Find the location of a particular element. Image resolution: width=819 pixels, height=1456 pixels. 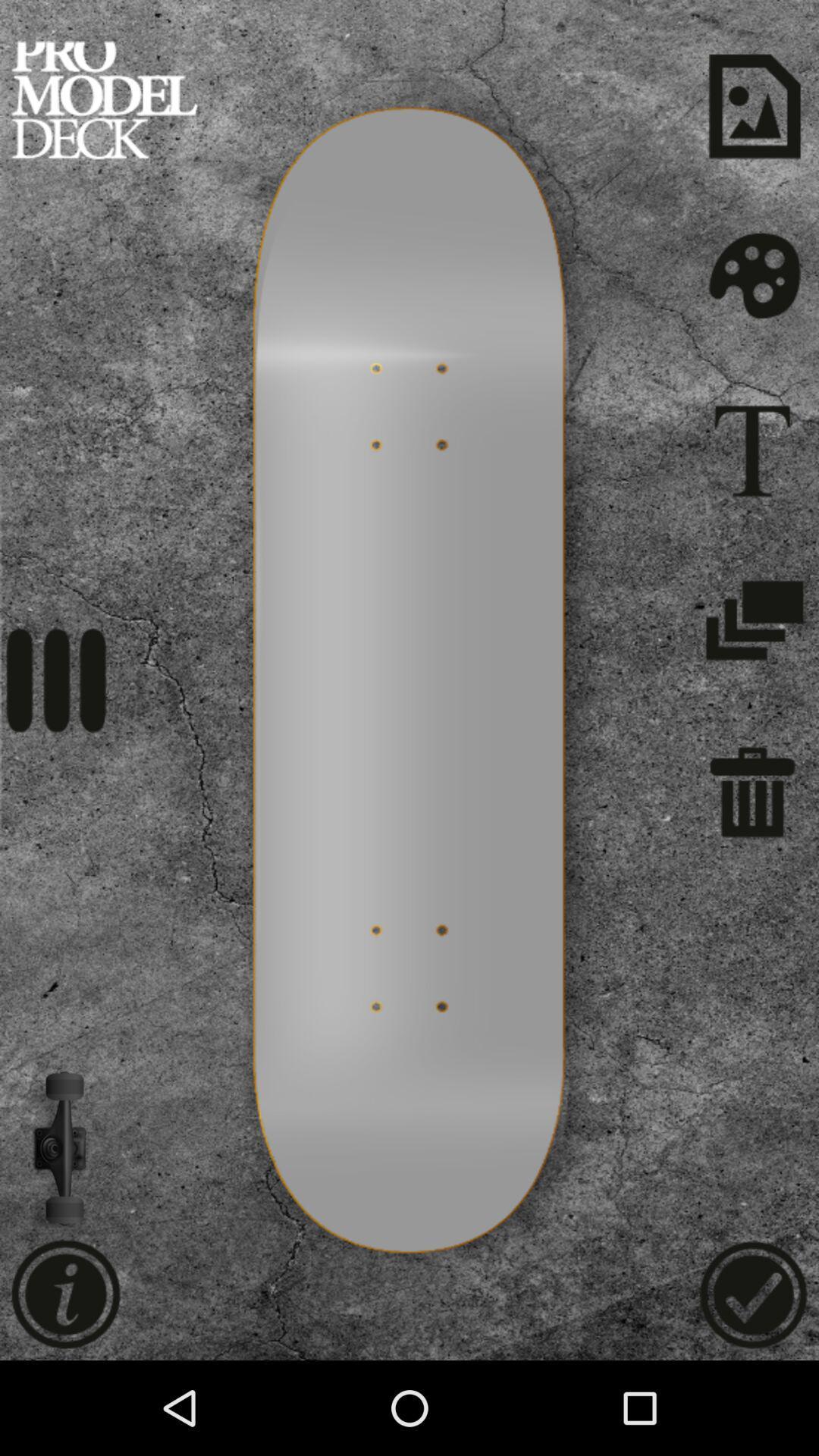

the volume icon is located at coordinates (59, 1228).